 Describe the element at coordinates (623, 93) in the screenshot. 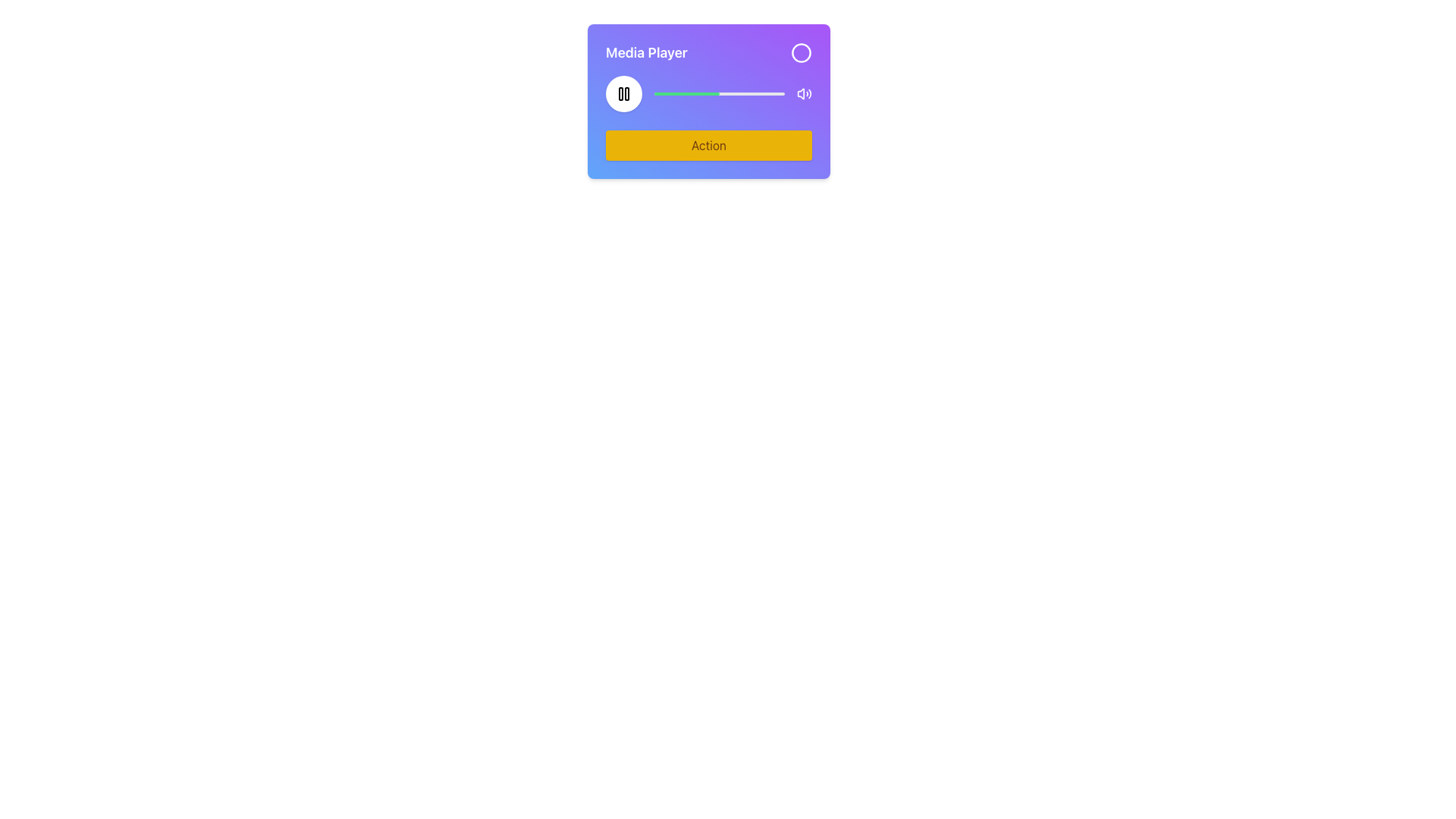

I see `the 'Pause' control icon located centrally within the interactive circular button in the upper-right section of the media player interface` at that location.